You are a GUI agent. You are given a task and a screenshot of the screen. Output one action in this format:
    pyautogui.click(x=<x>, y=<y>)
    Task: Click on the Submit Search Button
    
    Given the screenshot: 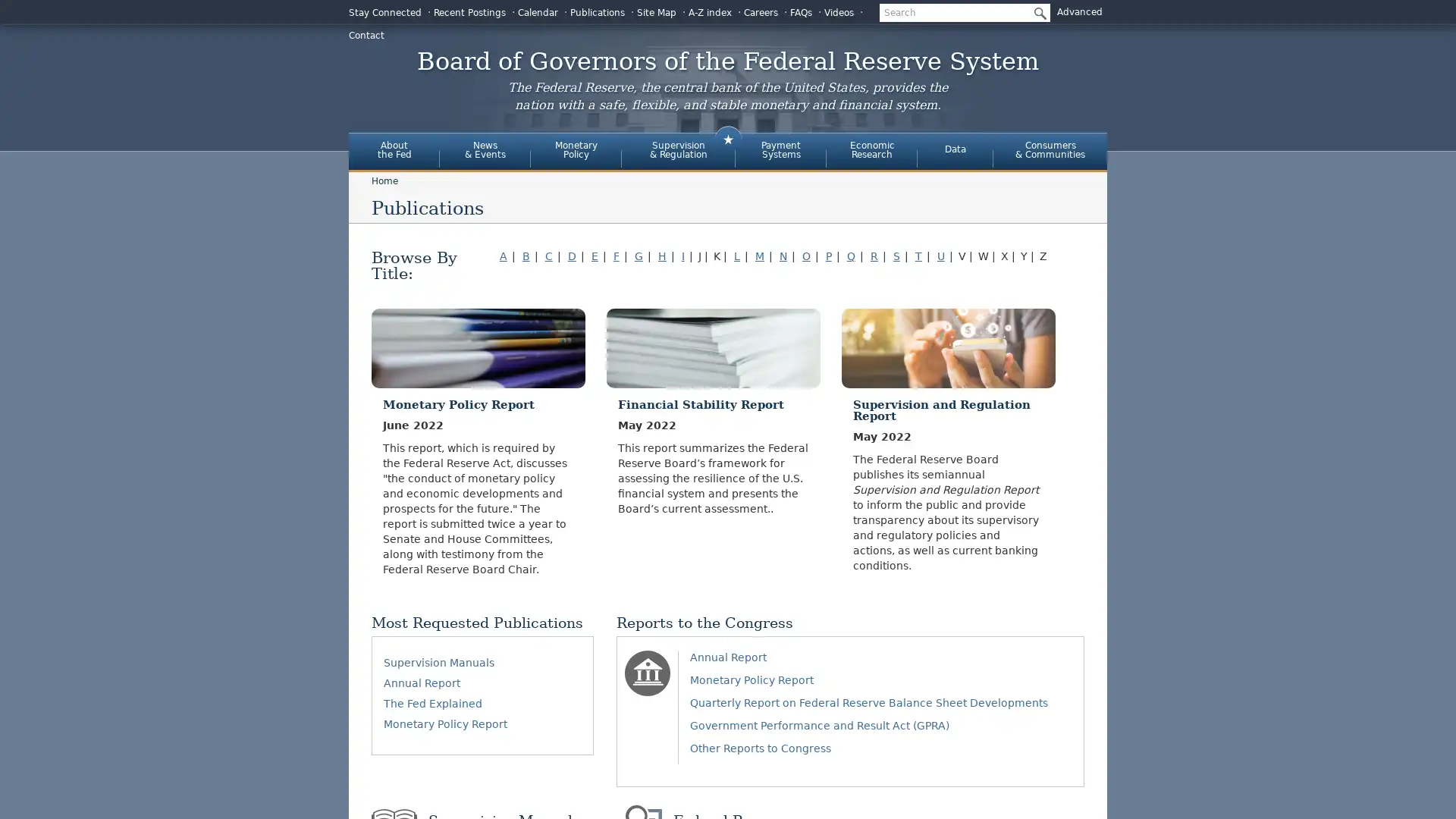 What is the action you would take?
    pyautogui.click(x=1037, y=12)
    